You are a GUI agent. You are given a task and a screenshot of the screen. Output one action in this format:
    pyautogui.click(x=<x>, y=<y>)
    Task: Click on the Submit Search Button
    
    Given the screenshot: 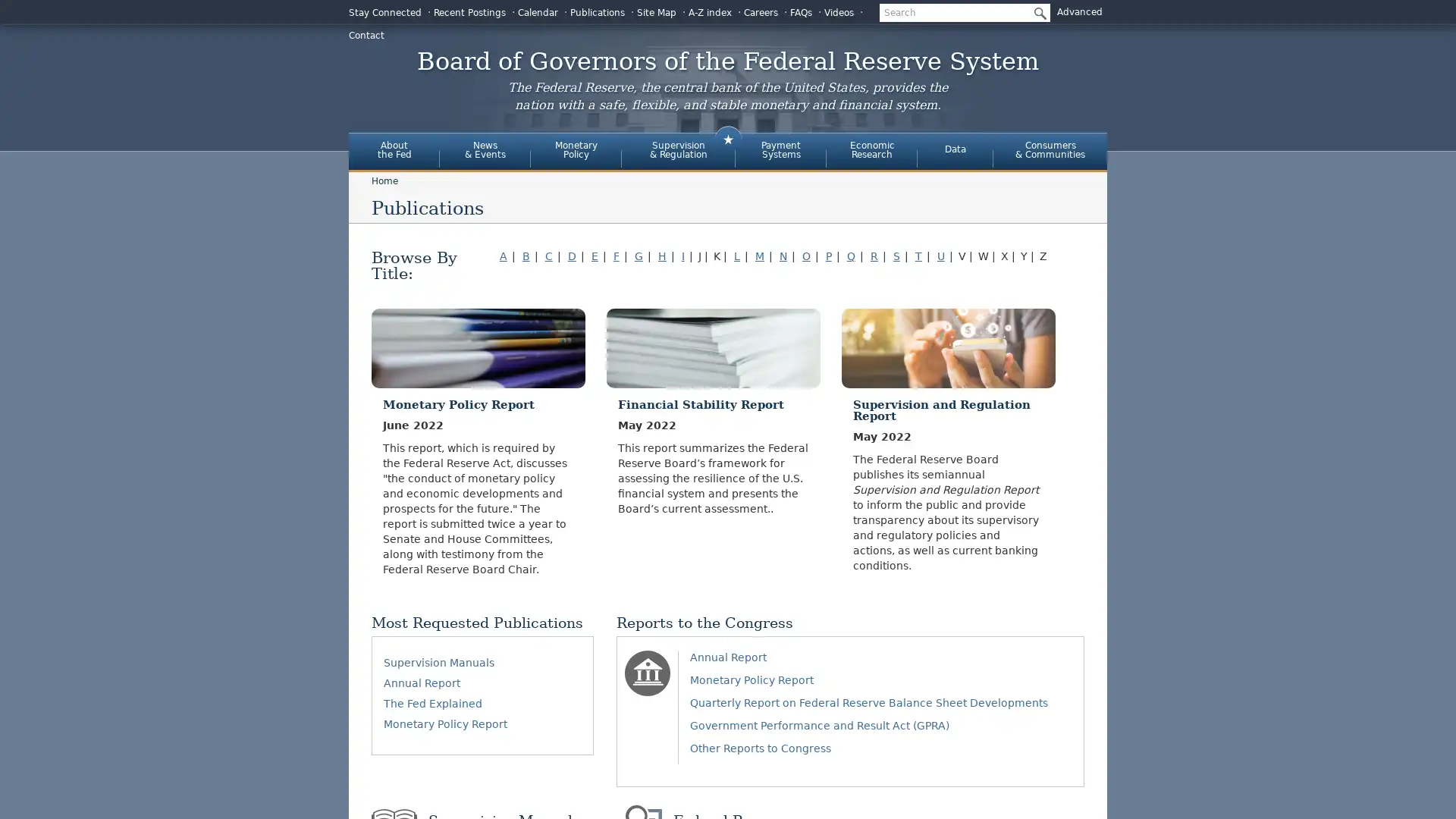 What is the action you would take?
    pyautogui.click(x=1037, y=12)
    